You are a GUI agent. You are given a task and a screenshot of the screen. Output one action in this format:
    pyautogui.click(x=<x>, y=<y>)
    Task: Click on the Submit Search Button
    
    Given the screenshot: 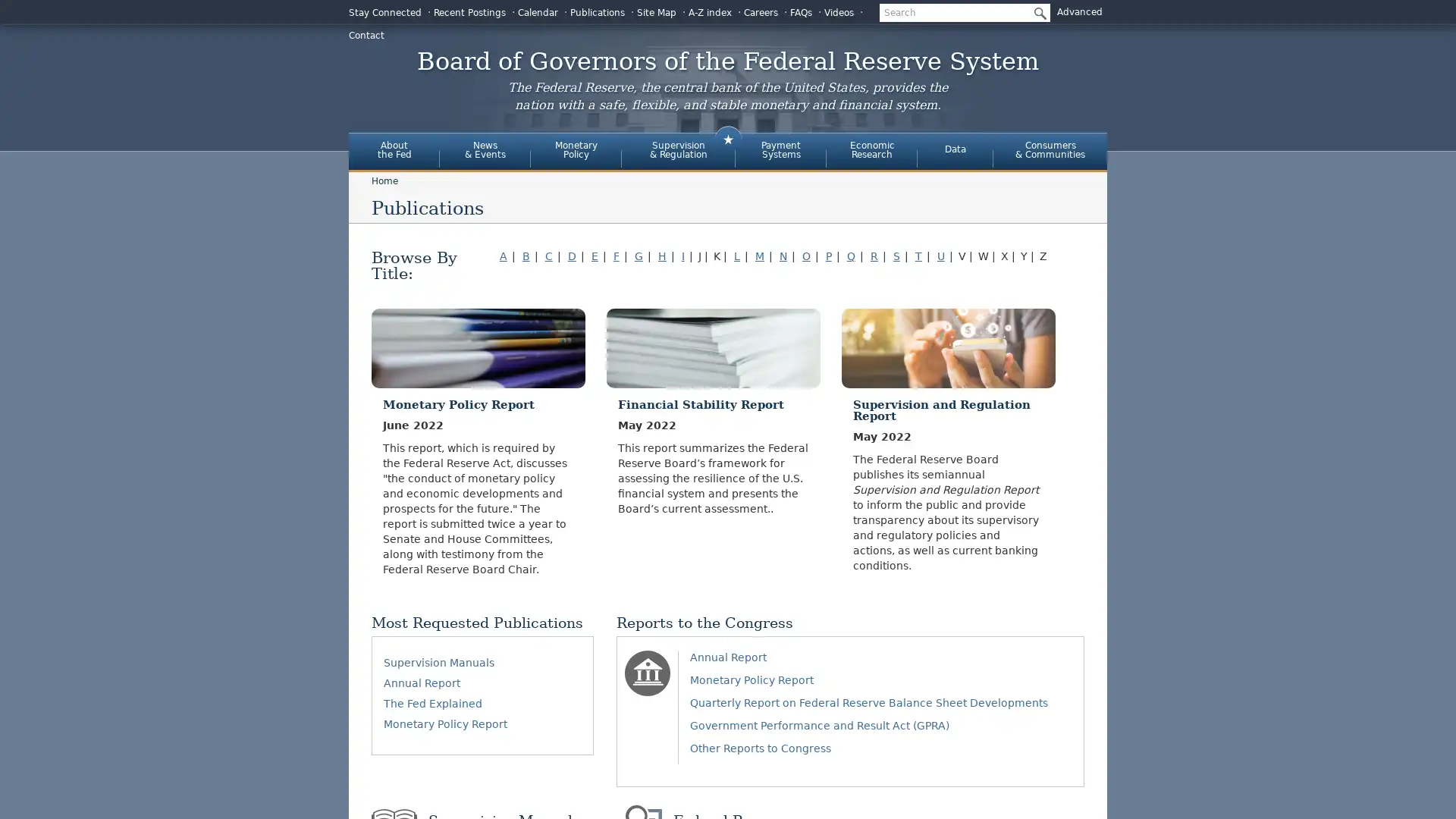 What is the action you would take?
    pyautogui.click(x=1037, y=12)
    